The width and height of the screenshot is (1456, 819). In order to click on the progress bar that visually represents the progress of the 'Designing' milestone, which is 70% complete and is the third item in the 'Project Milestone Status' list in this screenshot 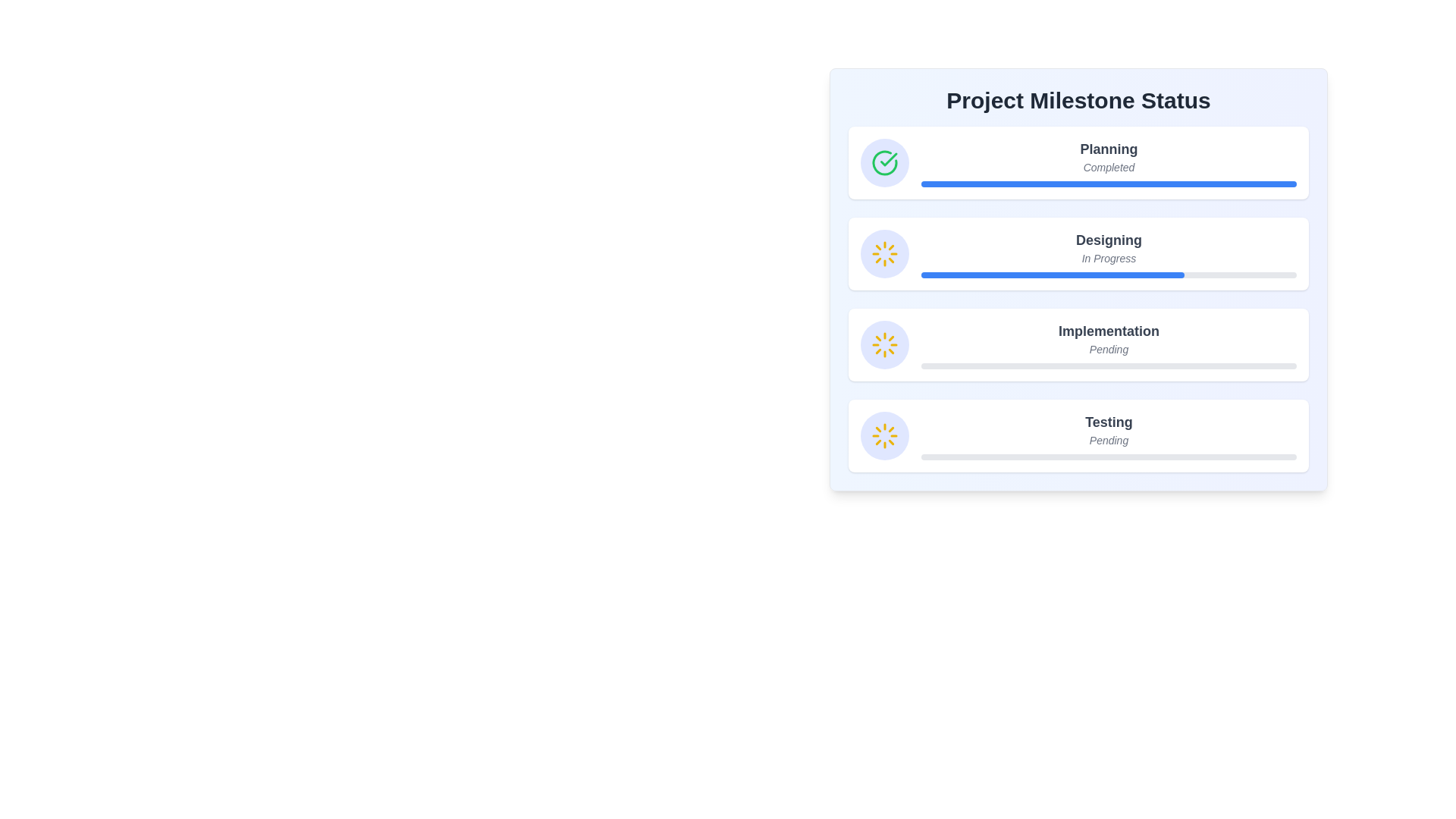, I will do `click(1109, 275)`.